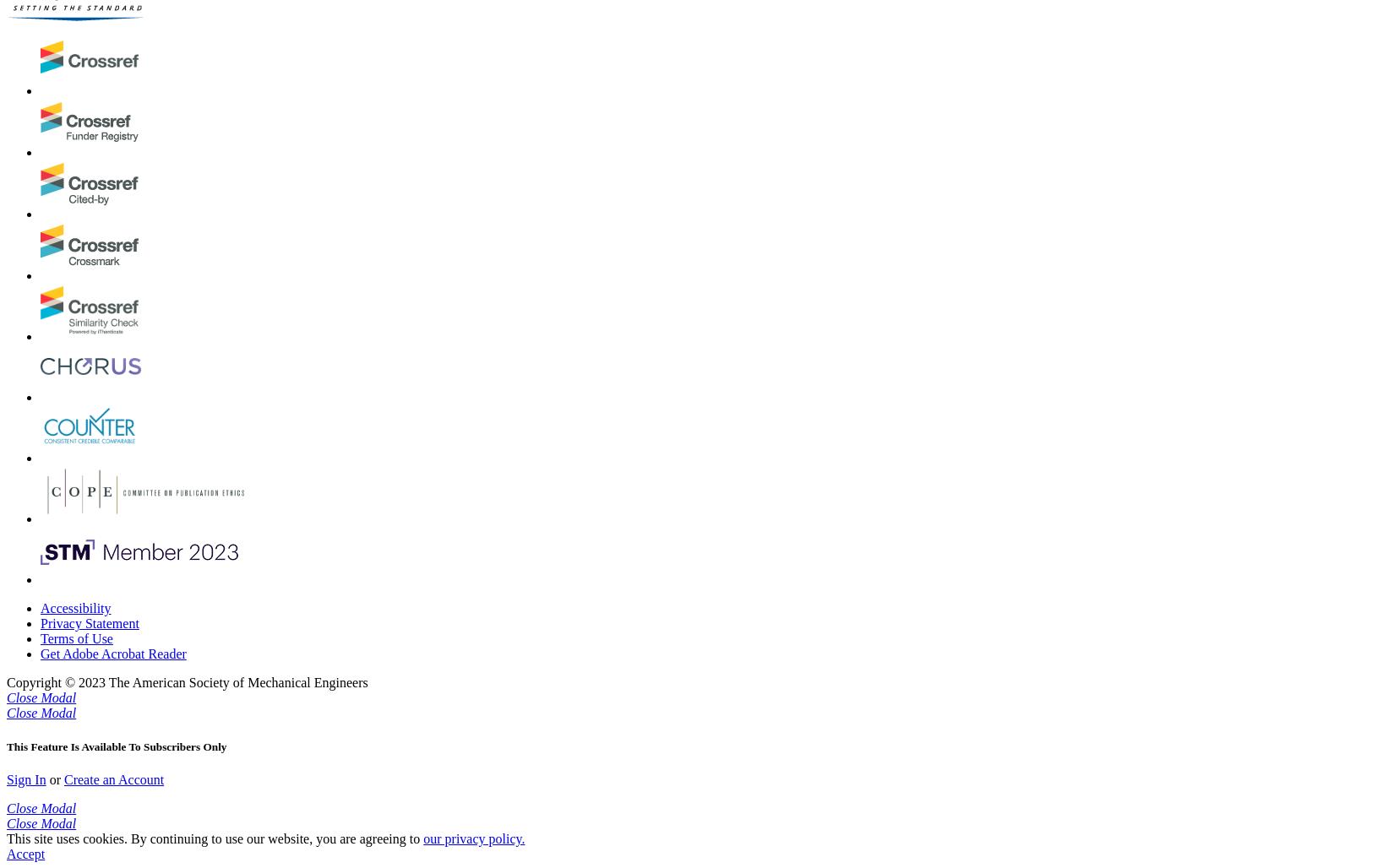 The height and width of the screenshot is (868, 1399). I want to click on 'Terms of Use', so click(75, 637).